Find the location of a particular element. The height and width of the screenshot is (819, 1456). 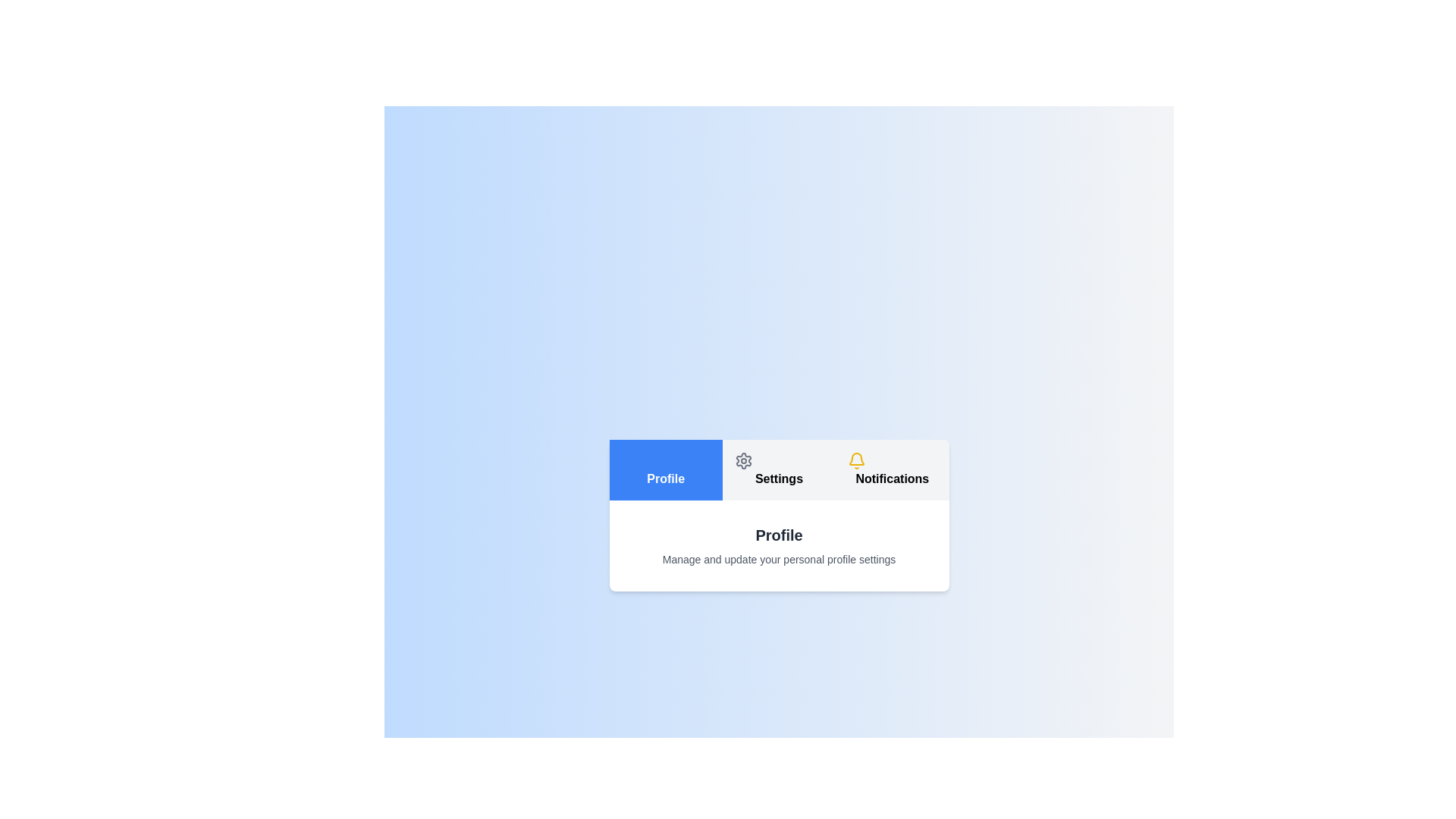

the Settings tab to highlight it is located at coordinates (779, 469).